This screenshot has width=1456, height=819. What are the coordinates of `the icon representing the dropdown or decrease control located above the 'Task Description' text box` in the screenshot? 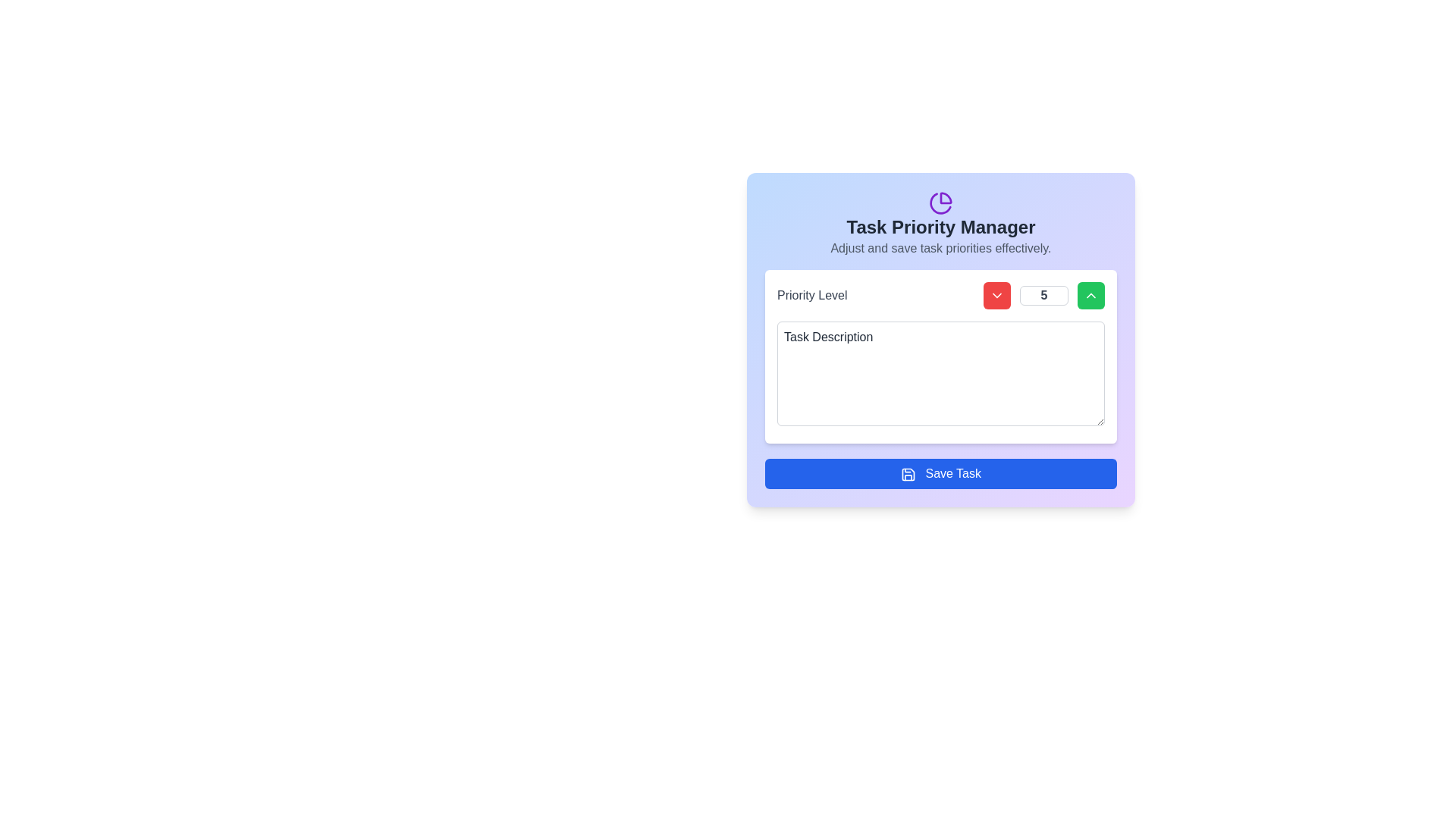 It's located at (997, 295).